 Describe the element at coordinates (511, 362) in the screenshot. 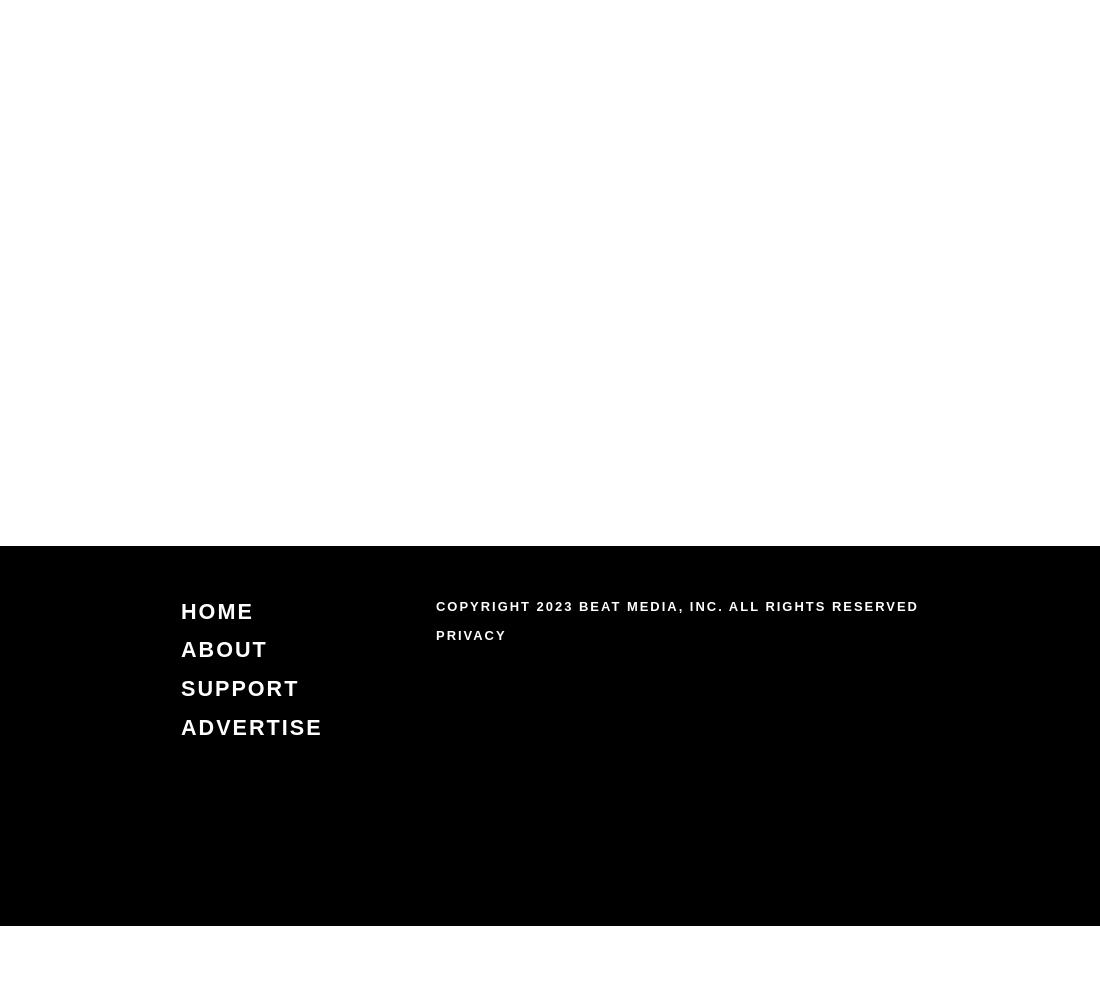

I see `'Trans patients and their doctors struggle with confusion, fear under healthcare bans'` at that location.